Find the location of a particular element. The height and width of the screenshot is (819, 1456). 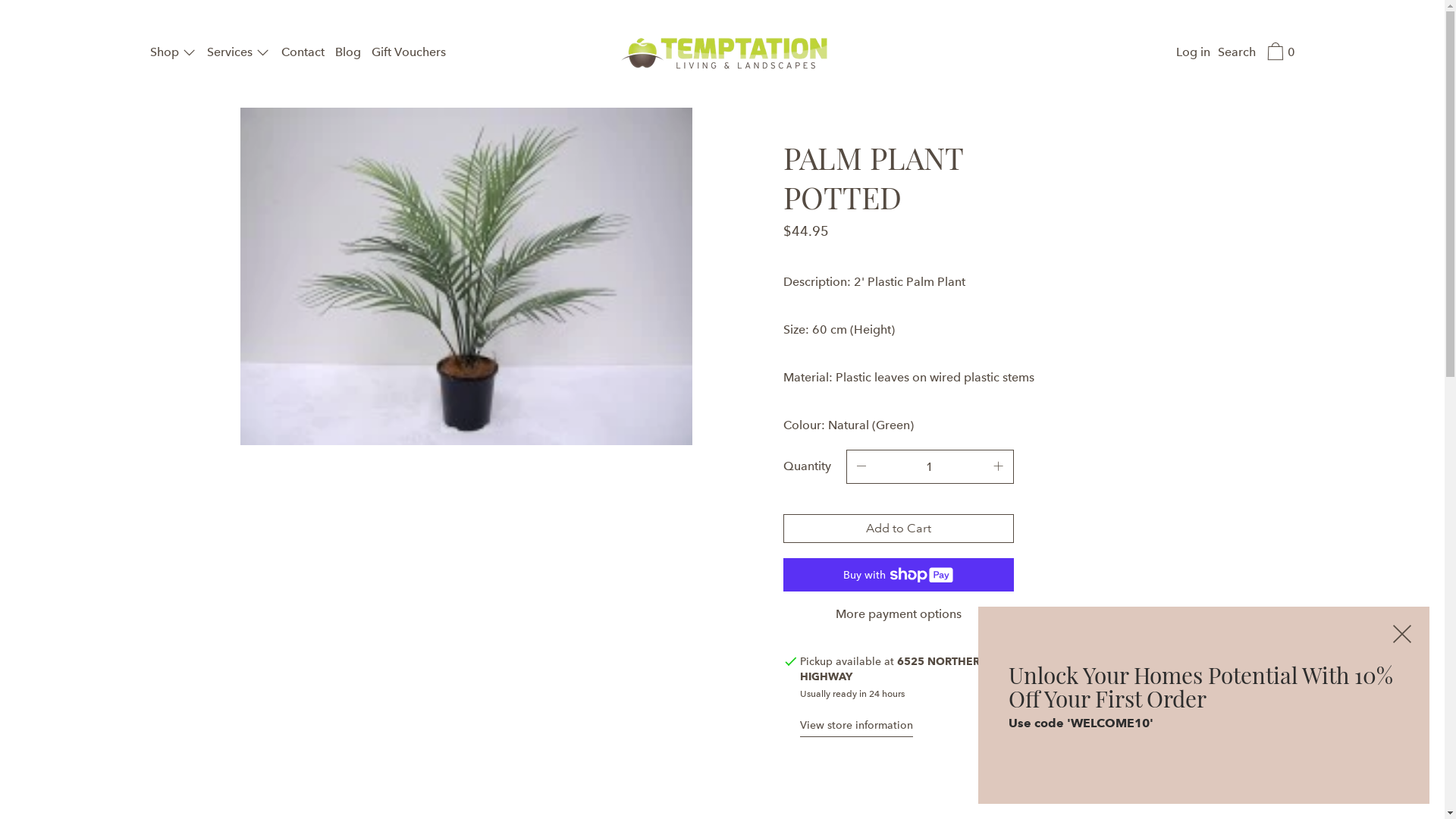

'Add to Cart' is located at coordinates (898, 528).